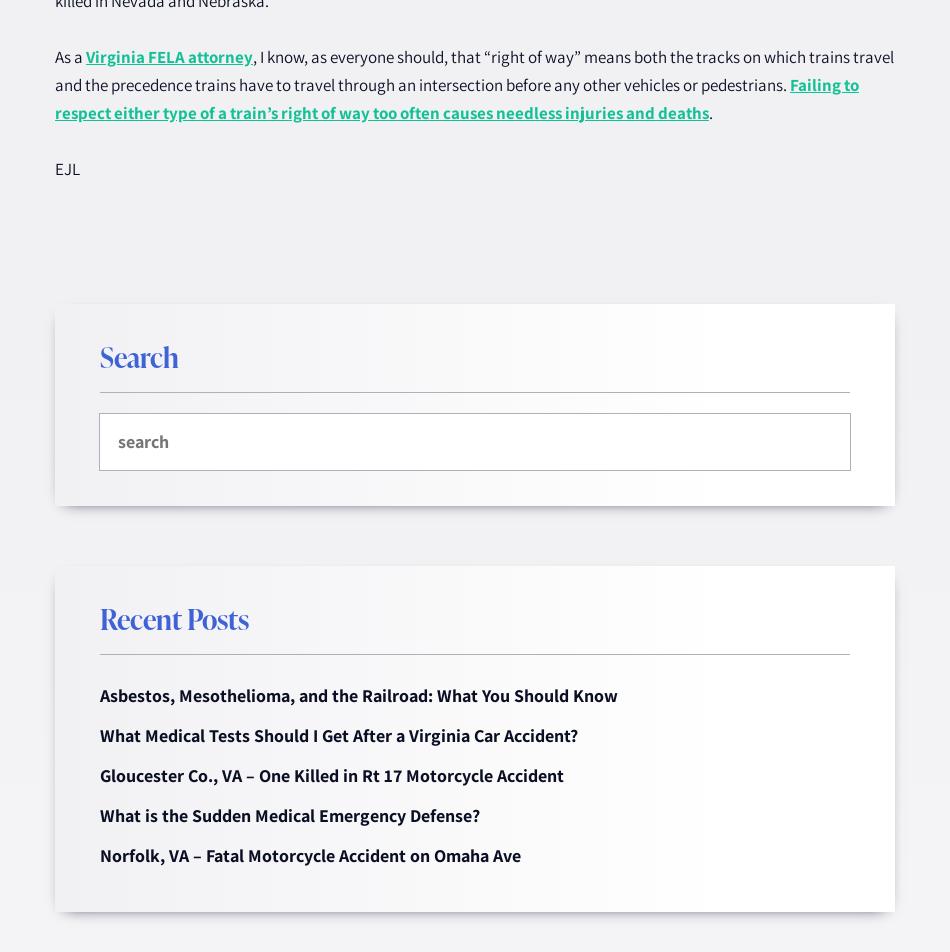 This screenshot has width=950, height=952. I want to click on 'What is the Sudden Medical Emergency Defense?', so click(289, 814).